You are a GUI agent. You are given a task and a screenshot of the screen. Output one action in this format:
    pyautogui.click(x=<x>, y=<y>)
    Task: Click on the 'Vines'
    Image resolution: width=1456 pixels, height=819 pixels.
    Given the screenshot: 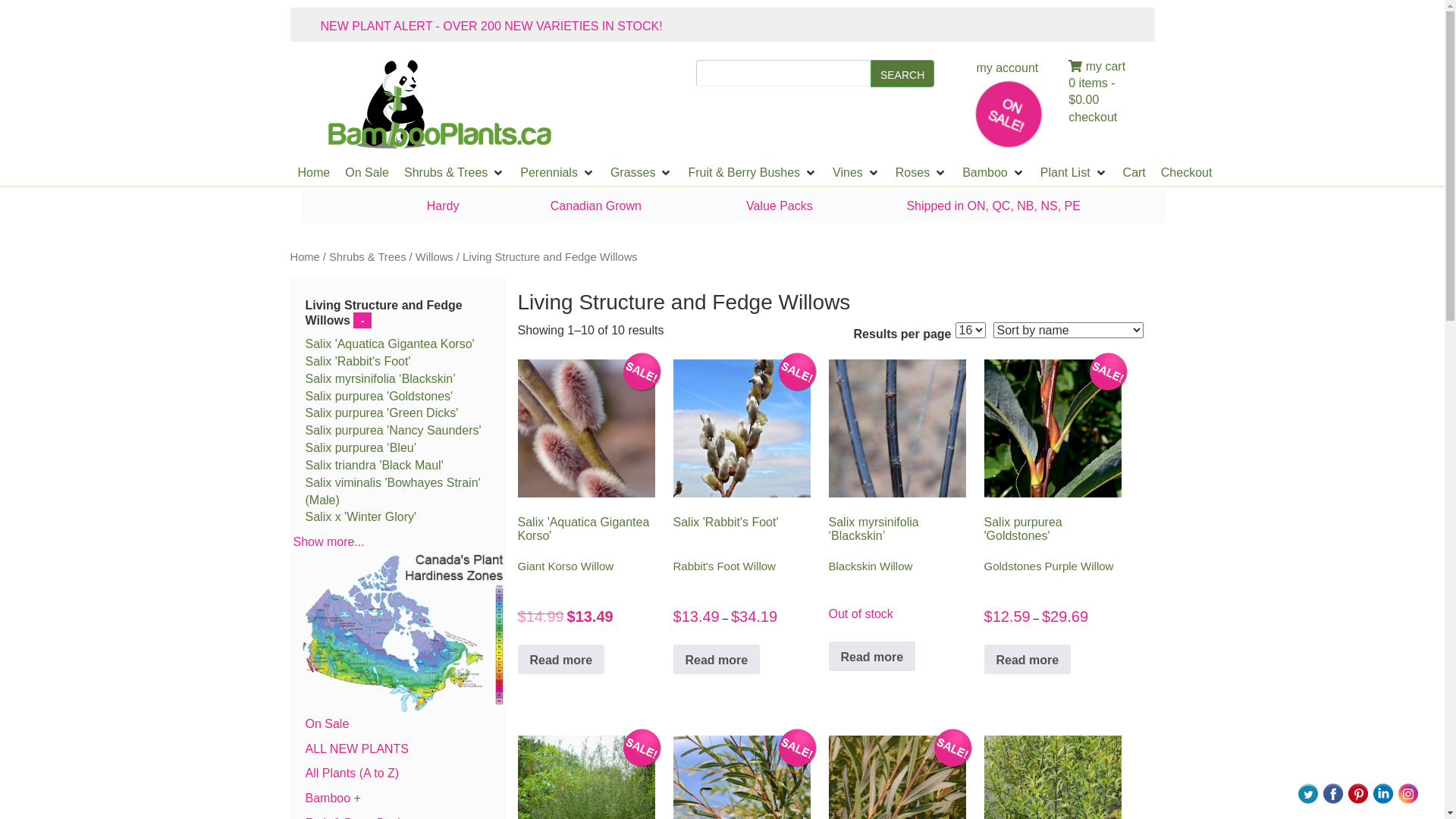 What is the action you would take?
    pyautogui.click(x=832, y=172)
    